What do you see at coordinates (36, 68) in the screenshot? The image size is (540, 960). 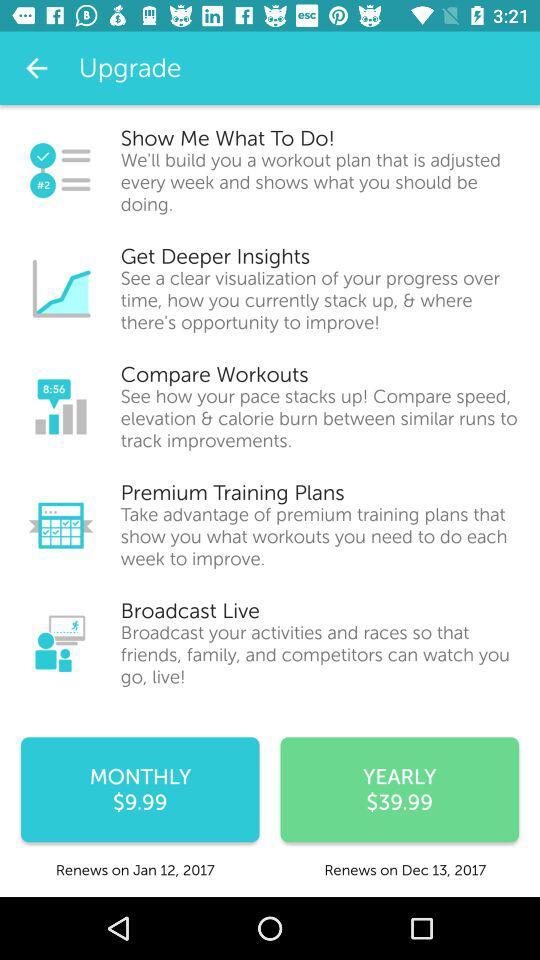 I see `the app to the left of the upgrade` at bounding box center [36, 68].